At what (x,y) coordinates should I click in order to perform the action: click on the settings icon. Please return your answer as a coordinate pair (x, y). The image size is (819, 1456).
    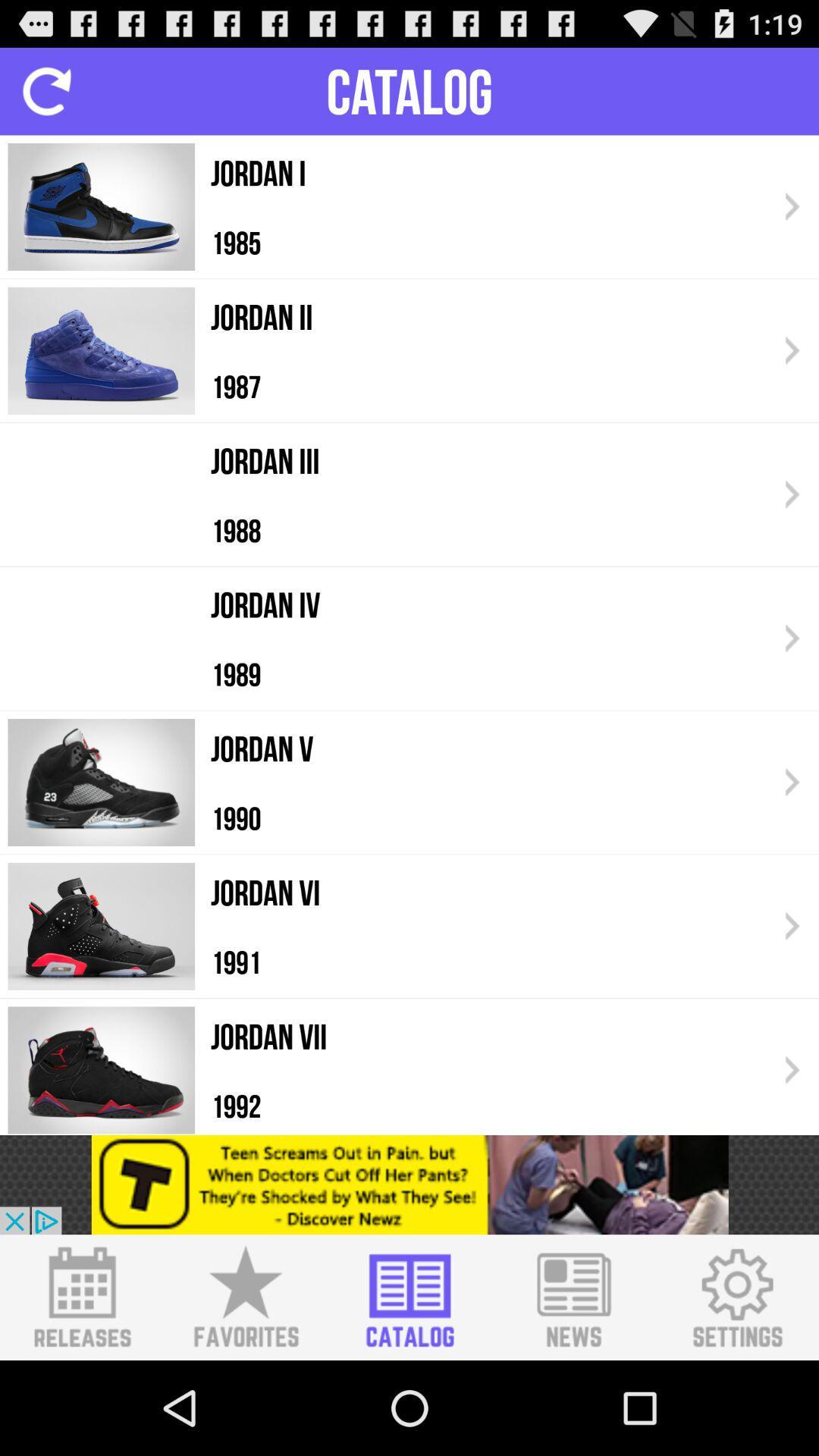
    Looking at the image, I should click on (736, 1389).